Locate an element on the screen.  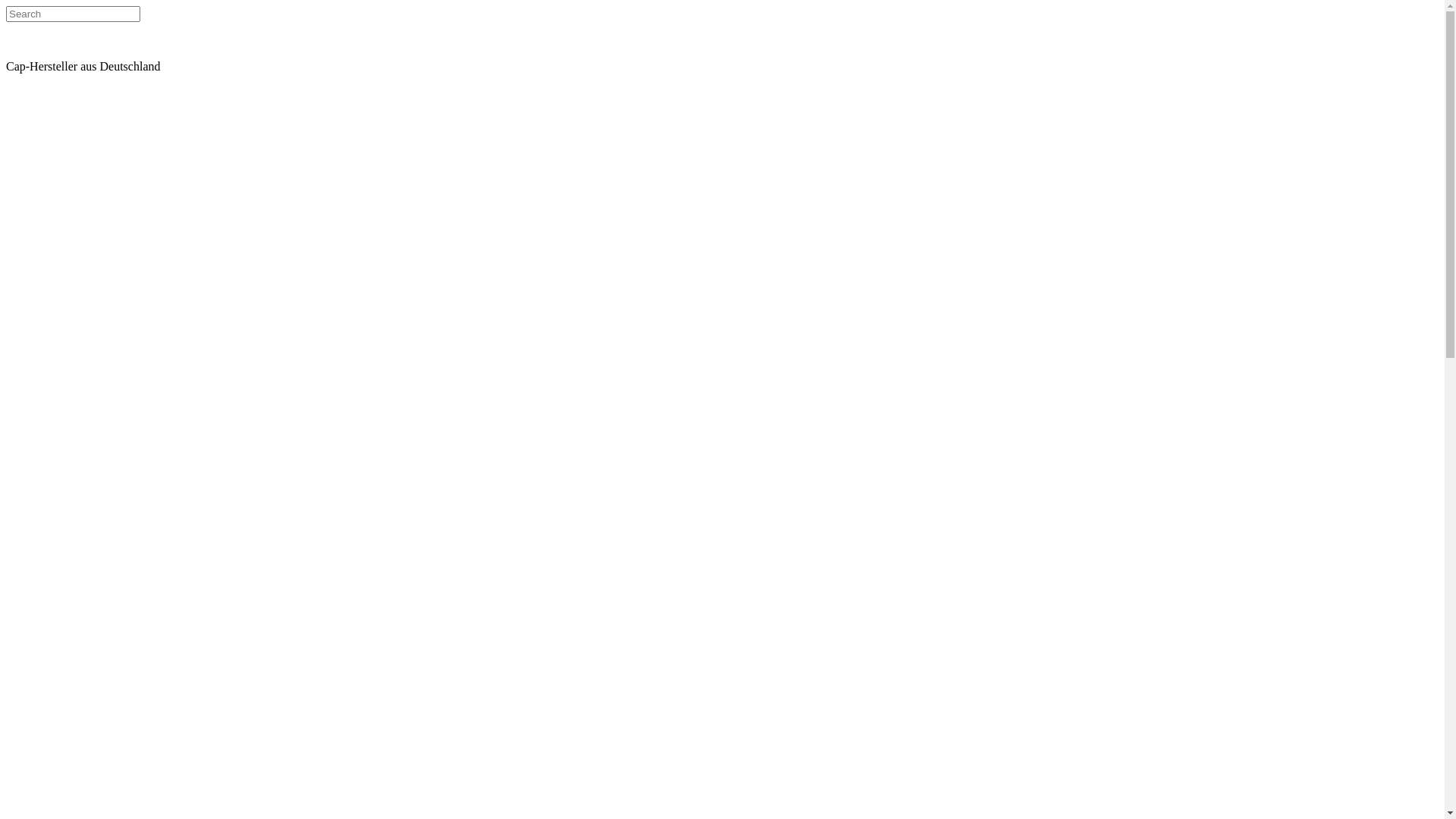
'Search' is located at coordinates (6, 14).